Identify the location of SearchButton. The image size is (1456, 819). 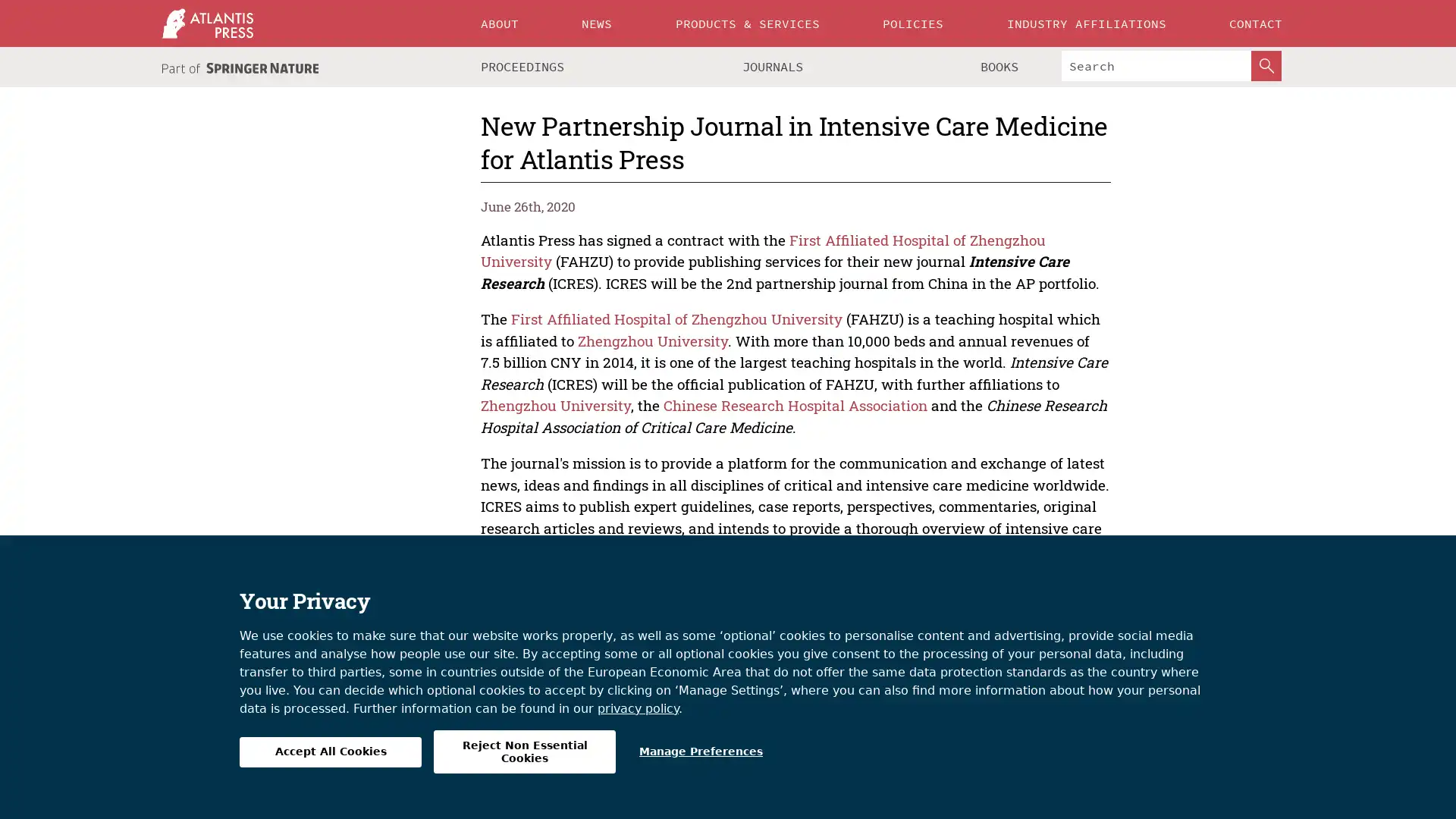
(1266, 65).